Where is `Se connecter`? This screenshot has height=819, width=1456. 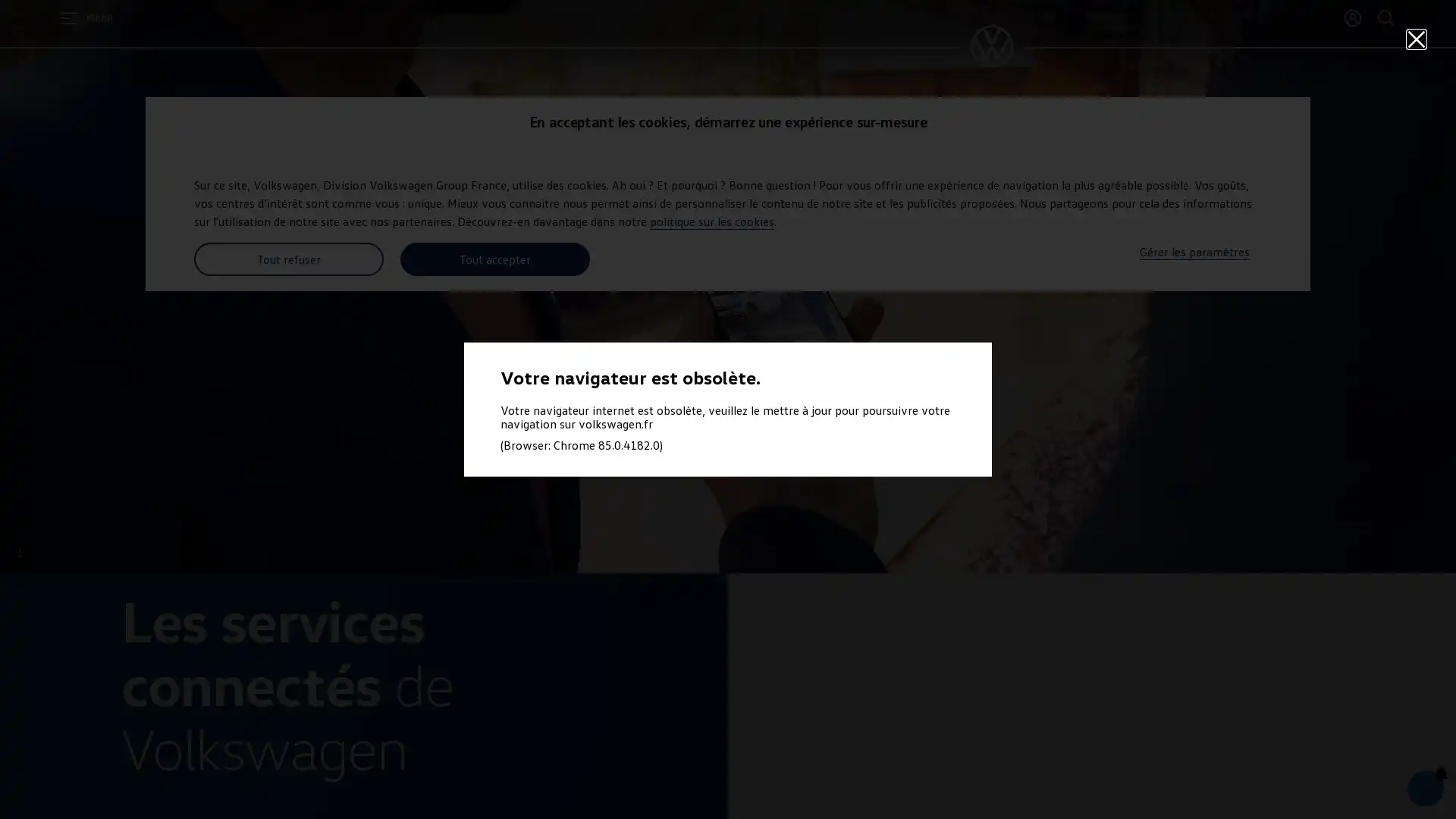
Se connecter is located at coordinates (1353, 17).